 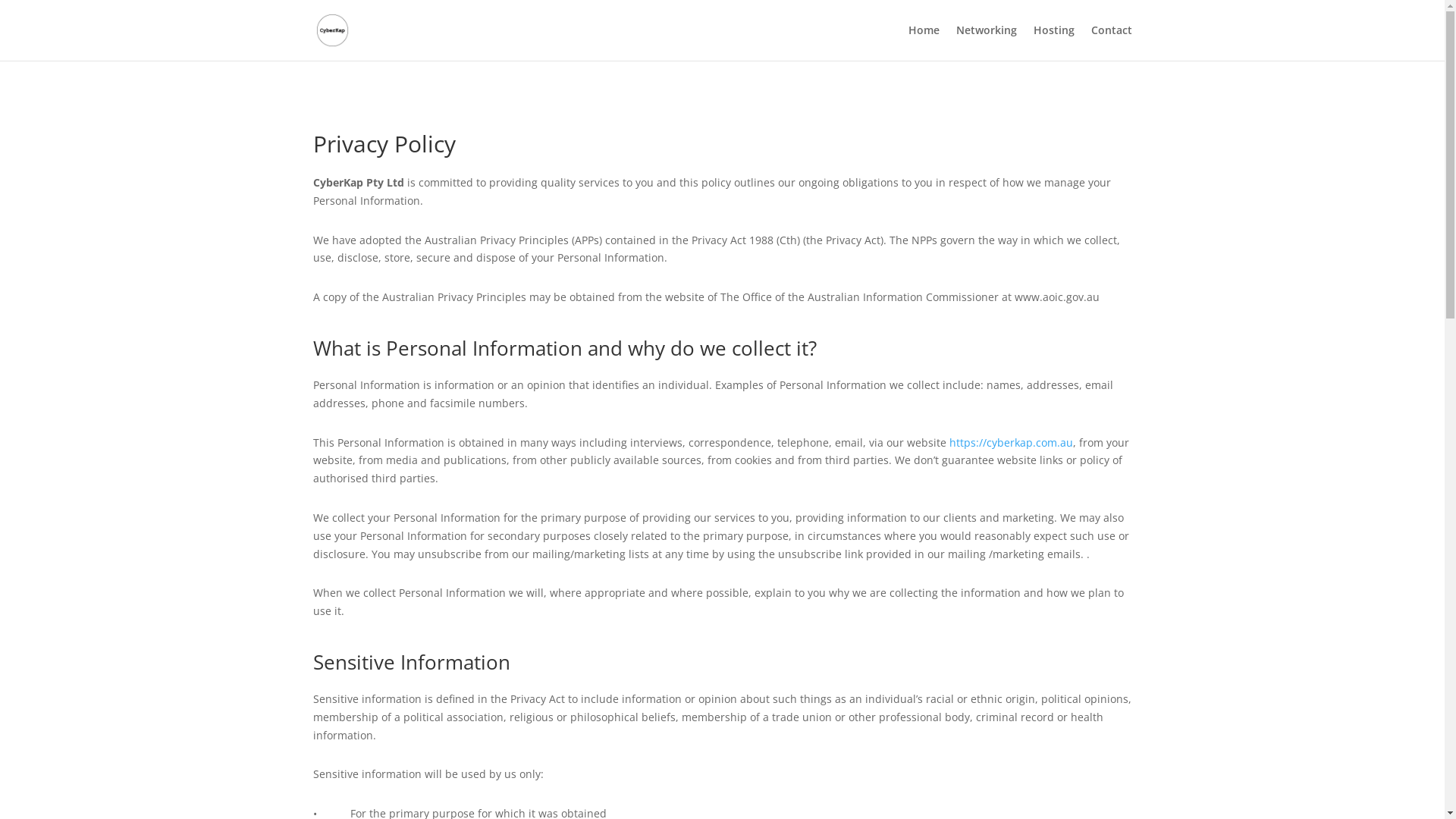 What do you see at coordinates (1052, 42) in the screenshot?
I see `'Hosting'` at bounding box center [1052, 42].